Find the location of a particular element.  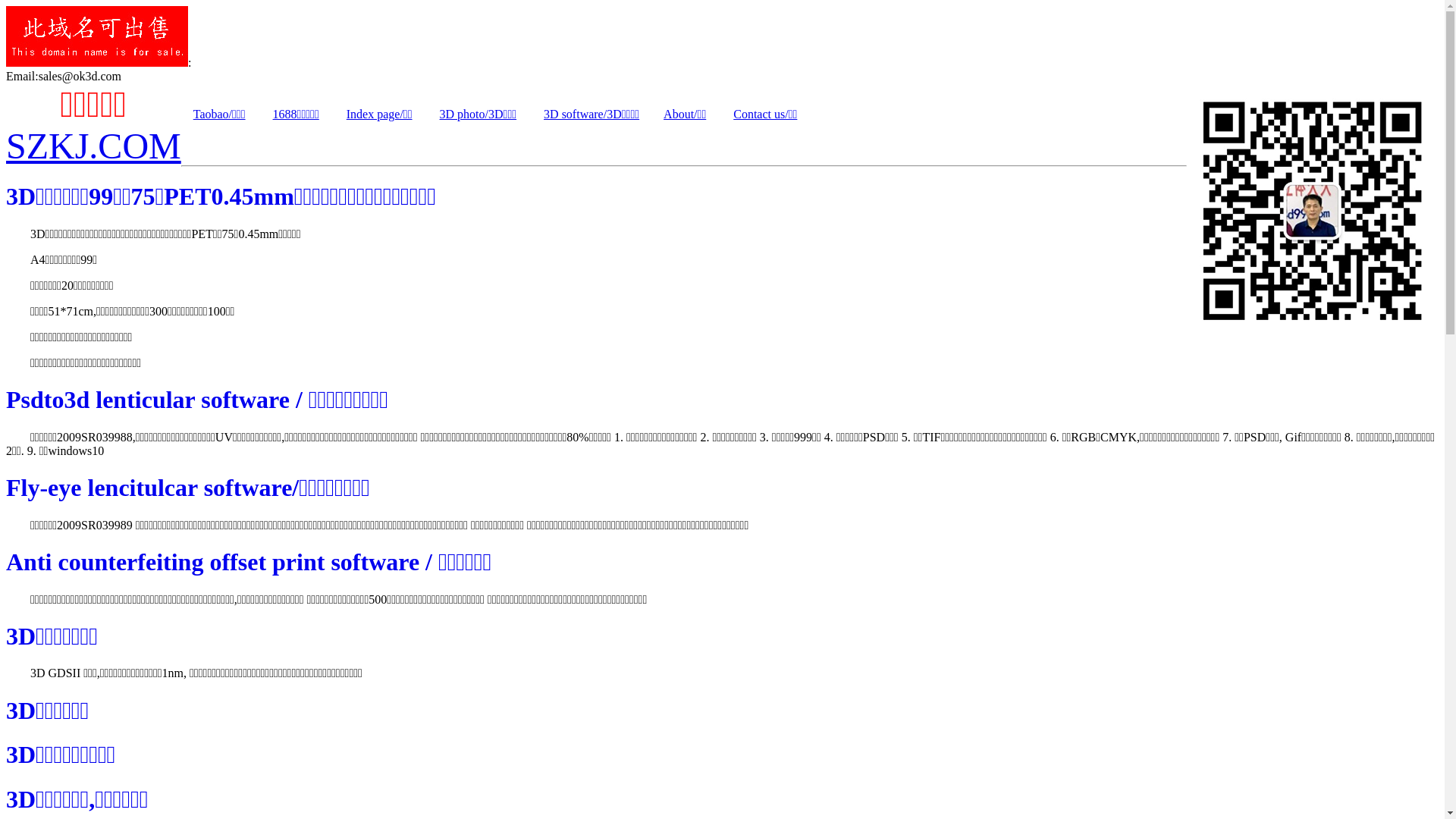

'SZKJ.COM' is located at coordinates (93, 146).